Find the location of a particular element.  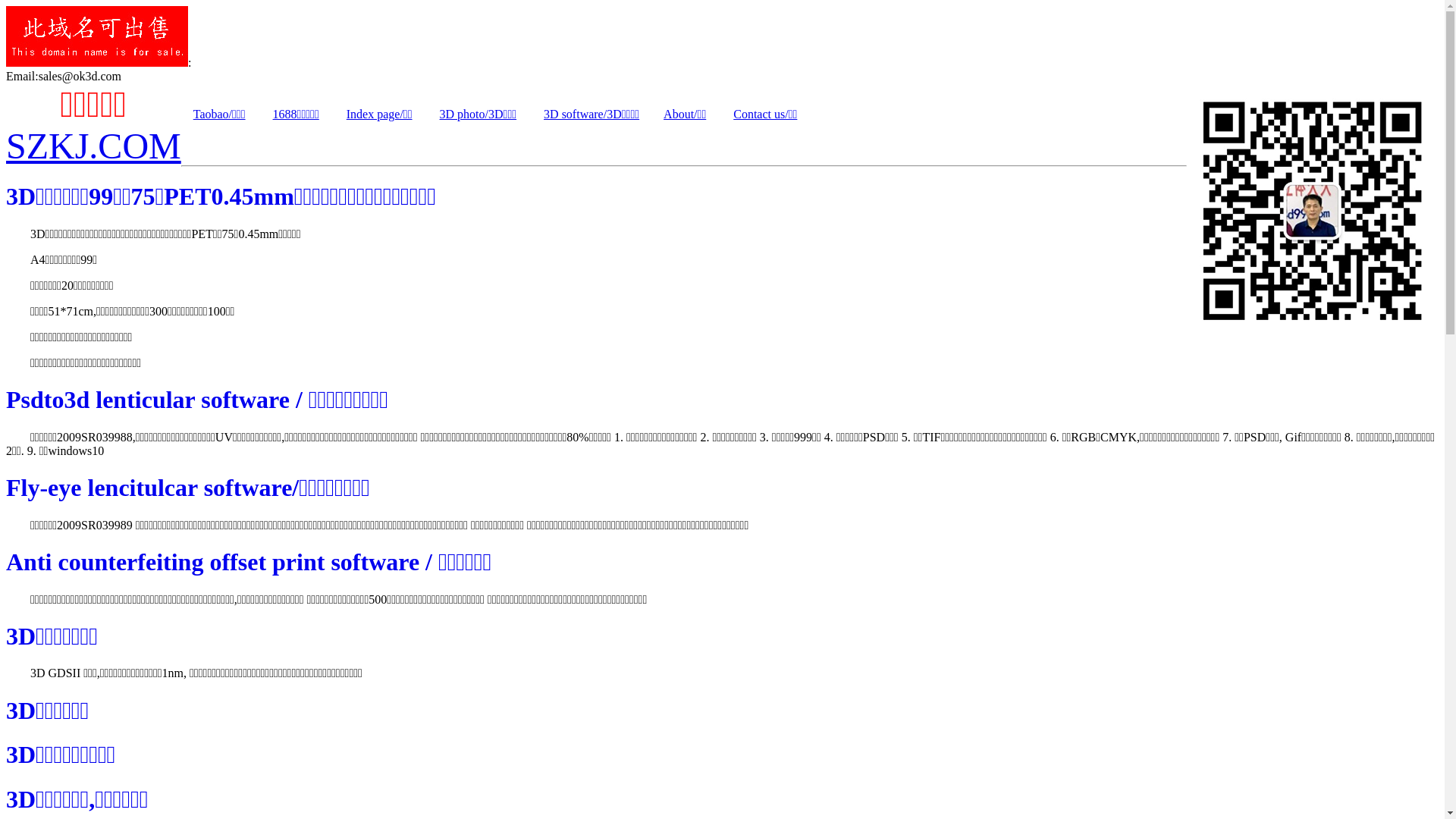

'SZKJ.COM' is located at coordinates (93, 146).